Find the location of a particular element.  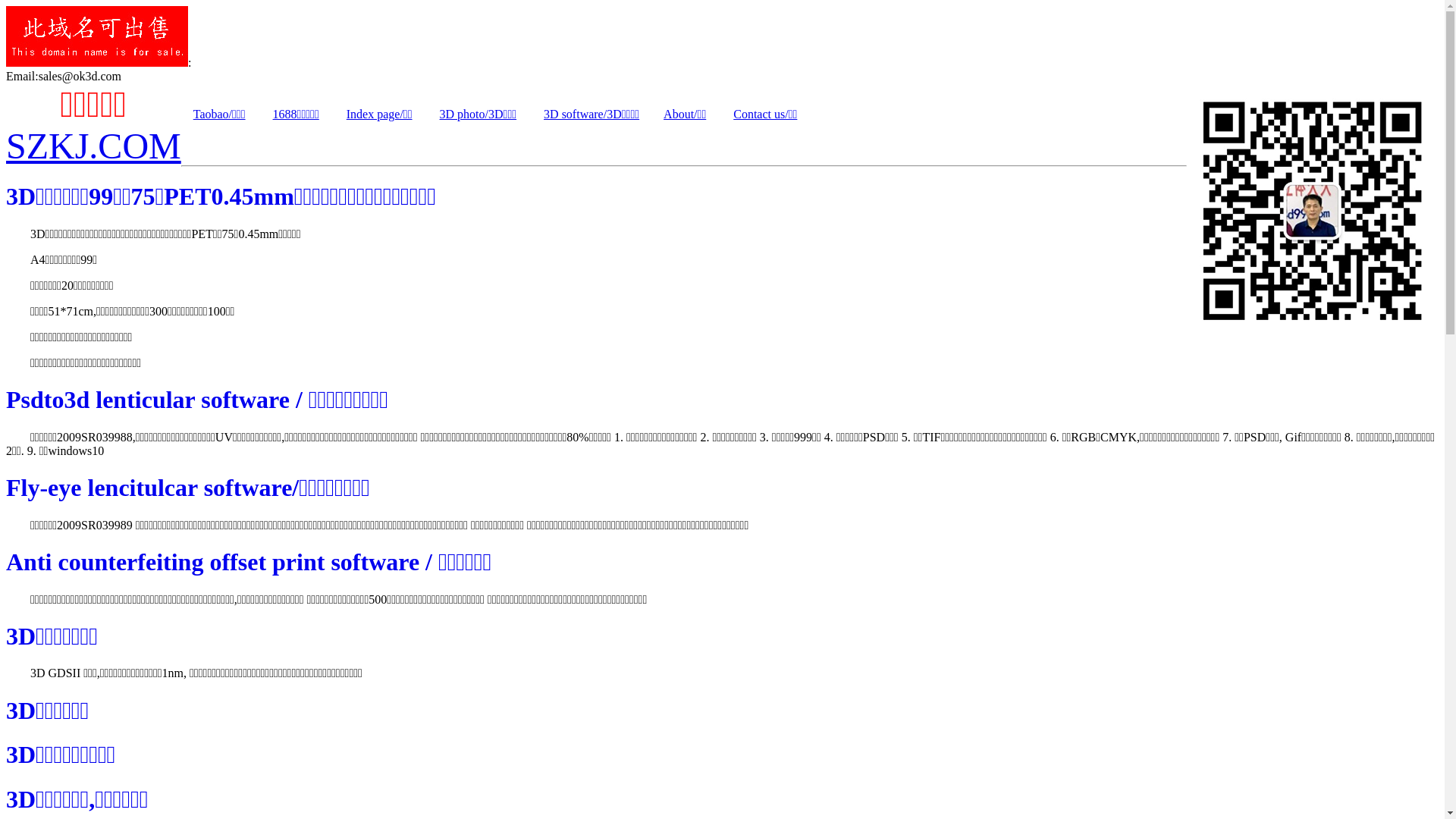

'SZKJ.COM' is located at coordinates (93, 146).